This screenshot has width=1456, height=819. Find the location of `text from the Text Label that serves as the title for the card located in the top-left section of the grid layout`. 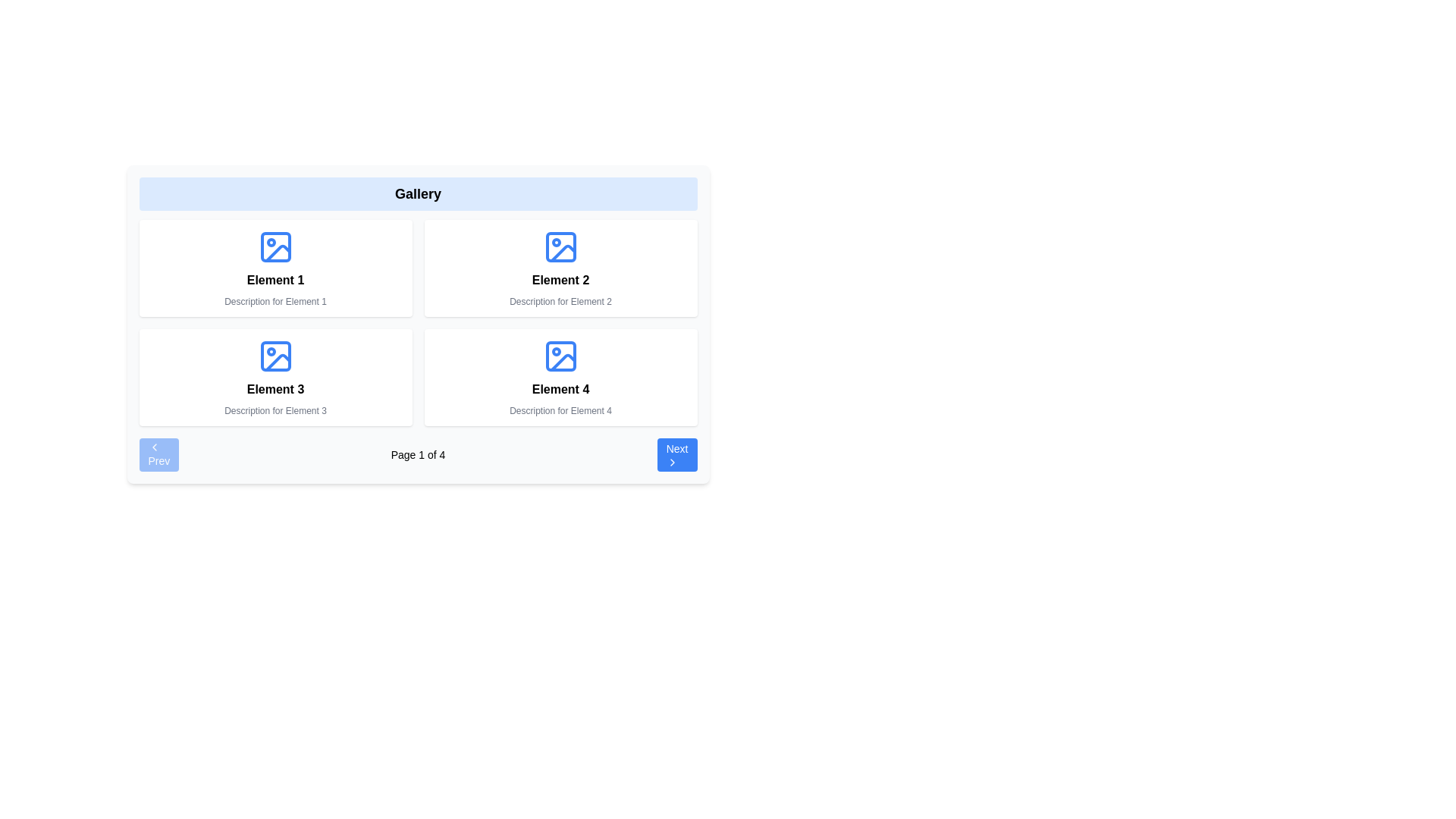

text from the Text Label that serves as the title for the card located in the top-left section of the grid layout is located at coordinates (275, 281).